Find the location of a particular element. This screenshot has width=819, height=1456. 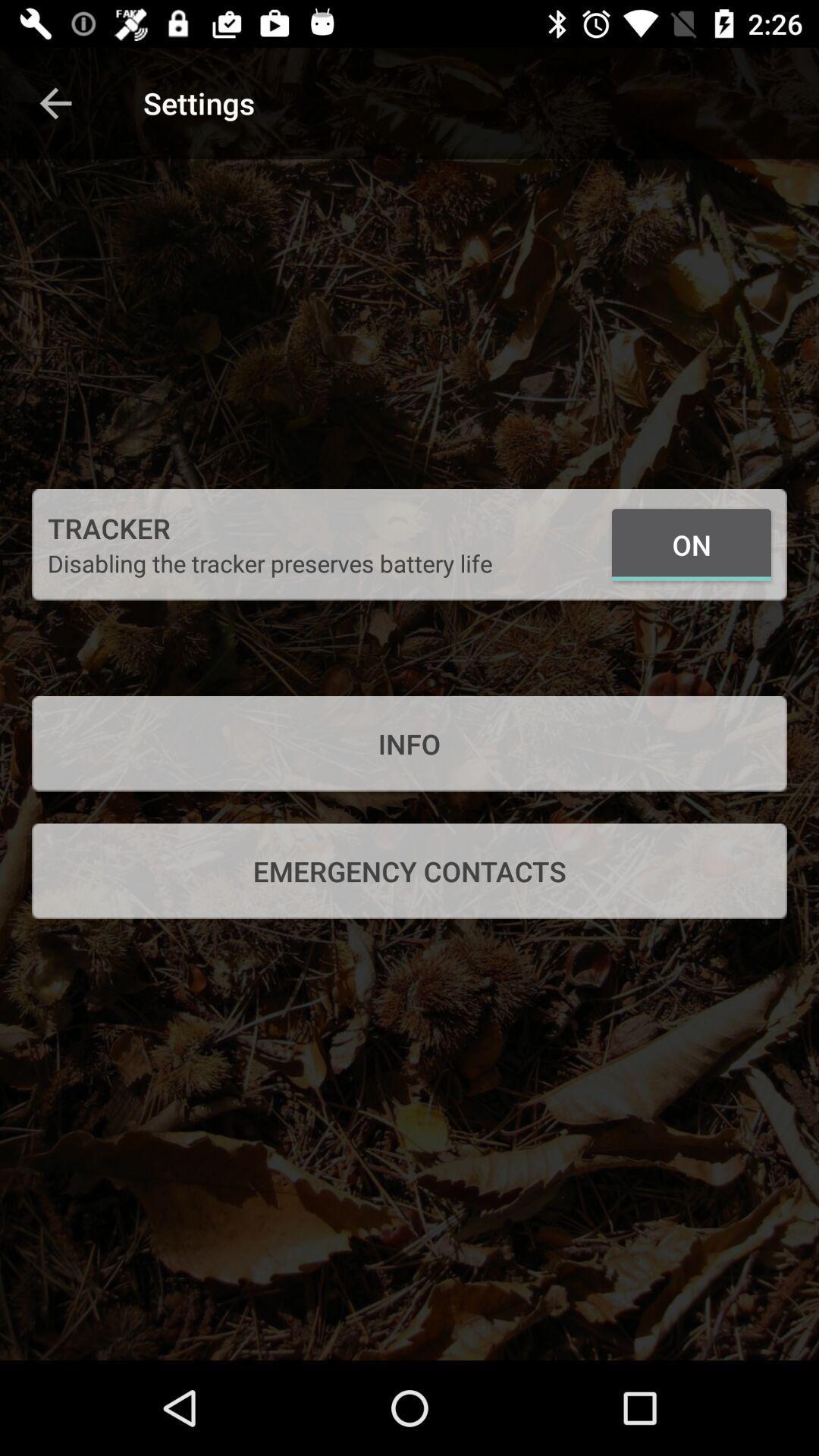

item next to settings icon is located at coordinates (55, 102).